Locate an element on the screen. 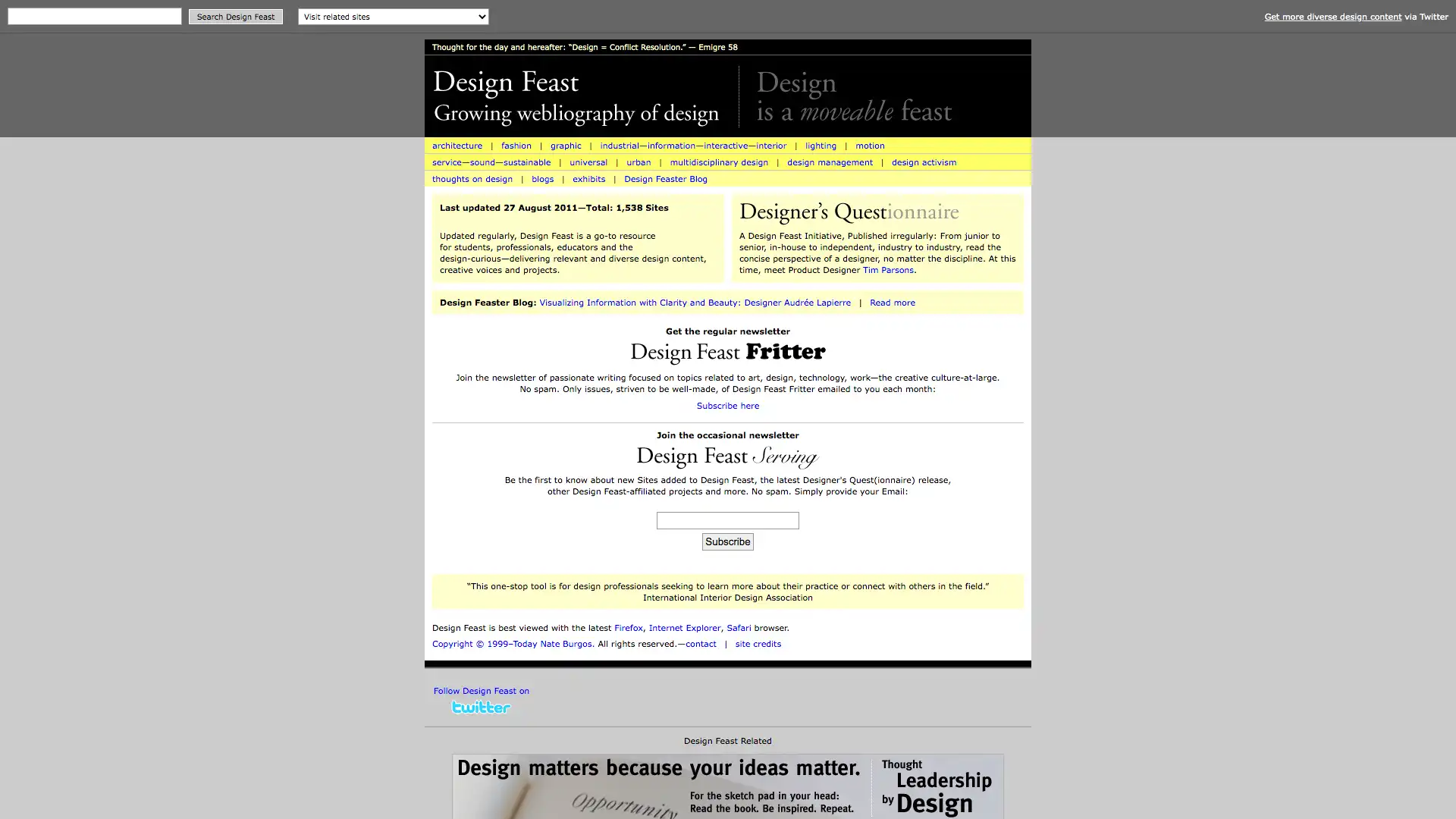 The image size is (1456, 819). Search Design Feast is located at coordinates (235, 17).